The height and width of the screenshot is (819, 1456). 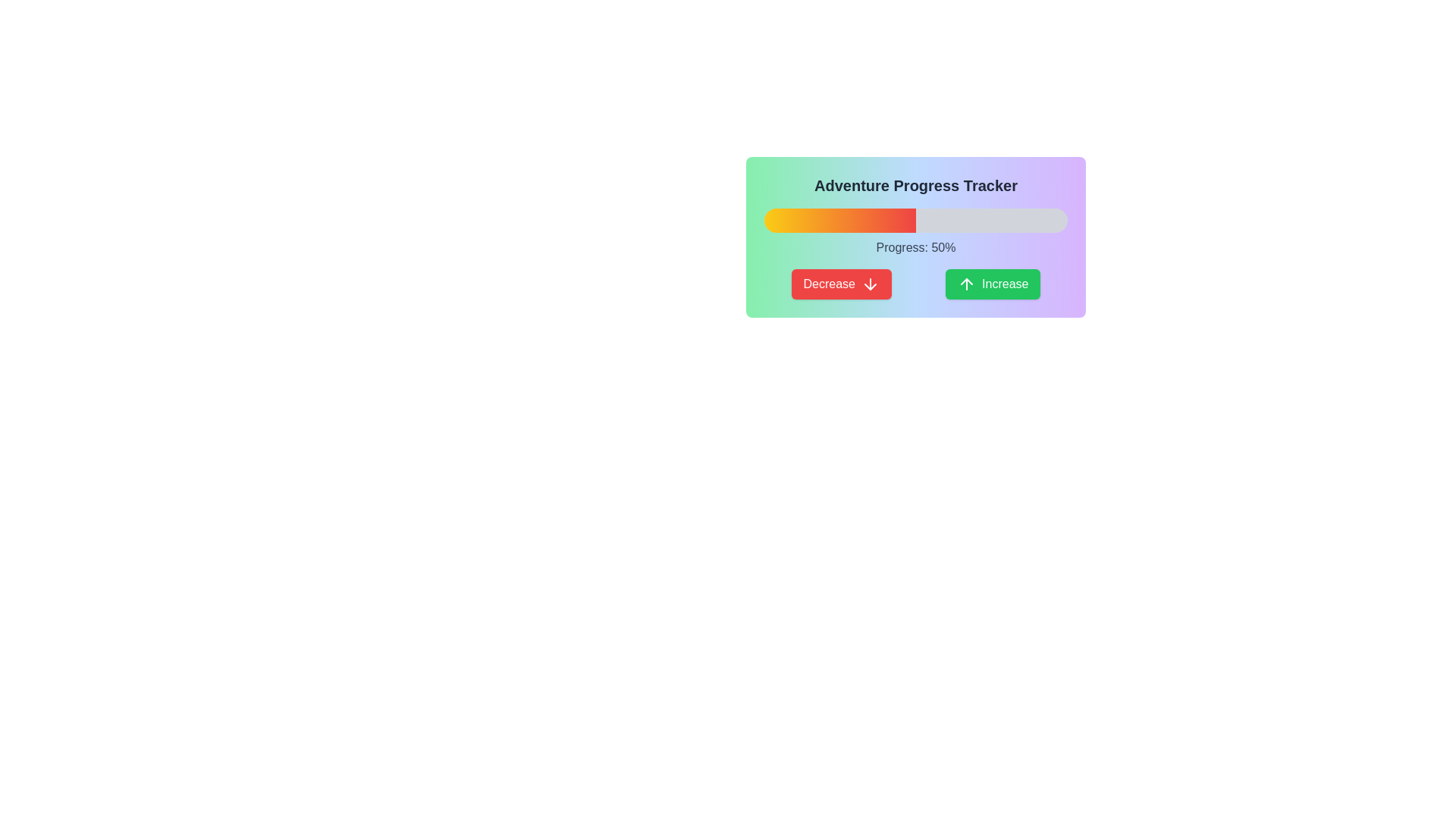 I want to click on the static text label that indicates the current progress value, located below the progress bar in the 'Adventure Progress Tracker' panel, so click(x=915, y=247).